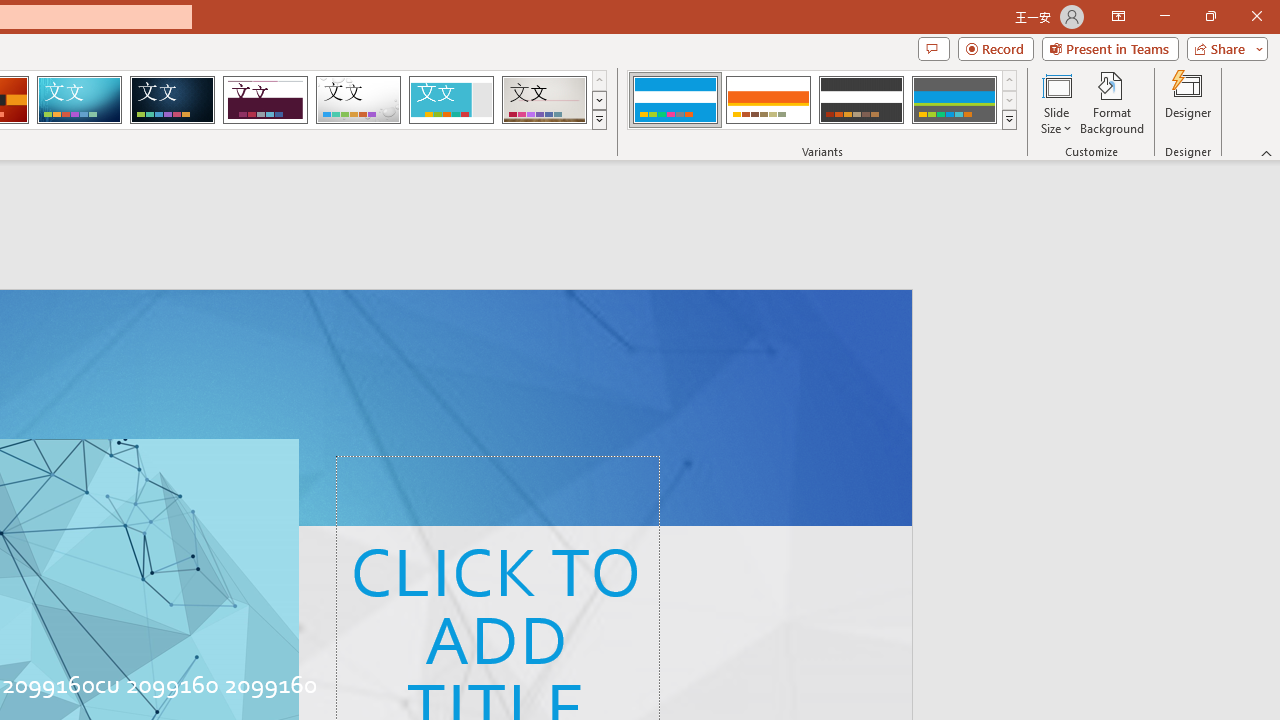 This screenshot has width=1280, height=720. I want to click on 'Gallery', so click(544, 100).